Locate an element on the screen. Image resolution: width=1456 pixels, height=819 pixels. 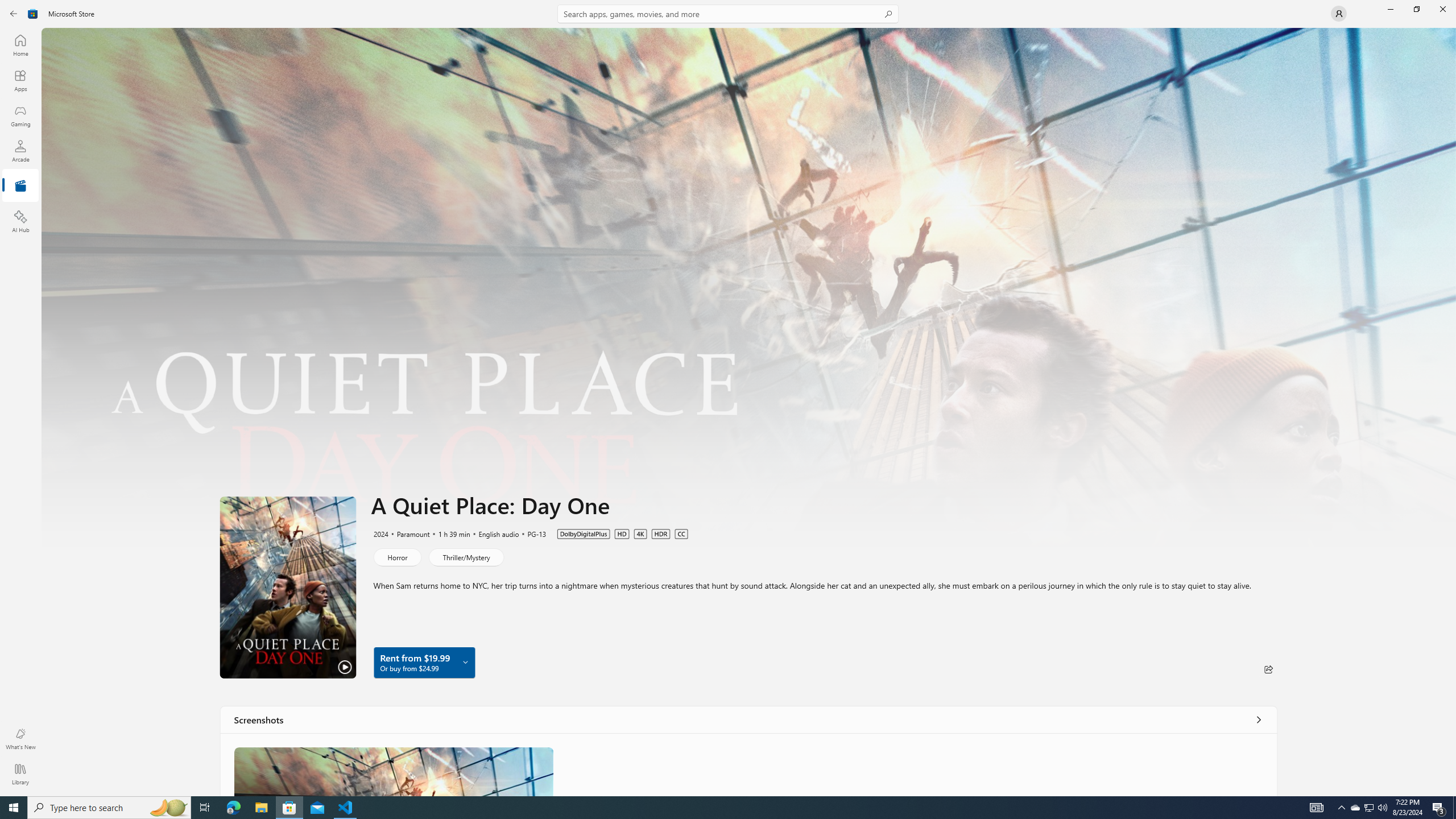
'Close Microsoft Store' is located at coordinates (1442, 9).